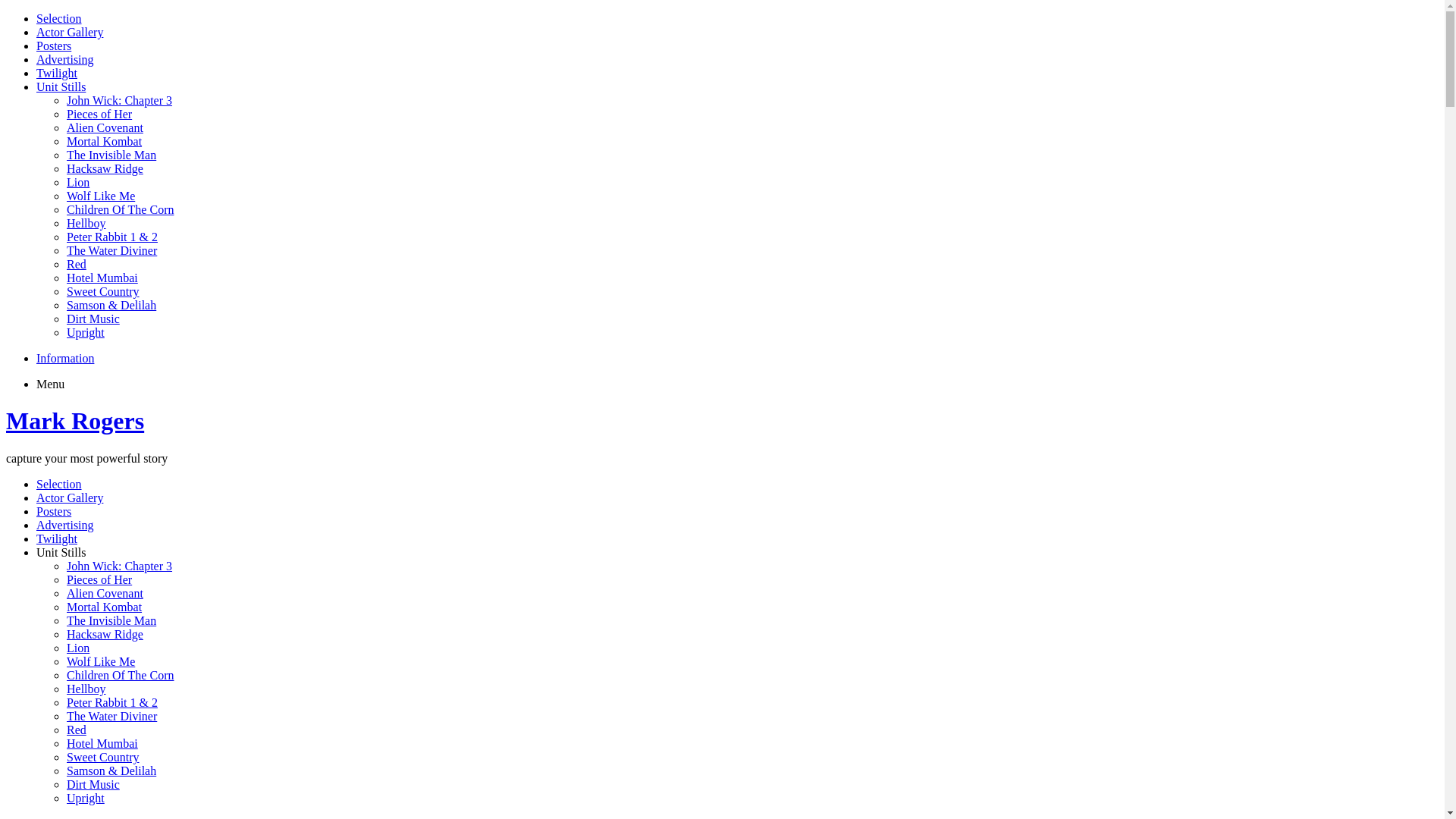  What do you see at coordinates (98, 113) in the screenshot?
I see `'Pieces of Her'` at bounding box center [98, 113].